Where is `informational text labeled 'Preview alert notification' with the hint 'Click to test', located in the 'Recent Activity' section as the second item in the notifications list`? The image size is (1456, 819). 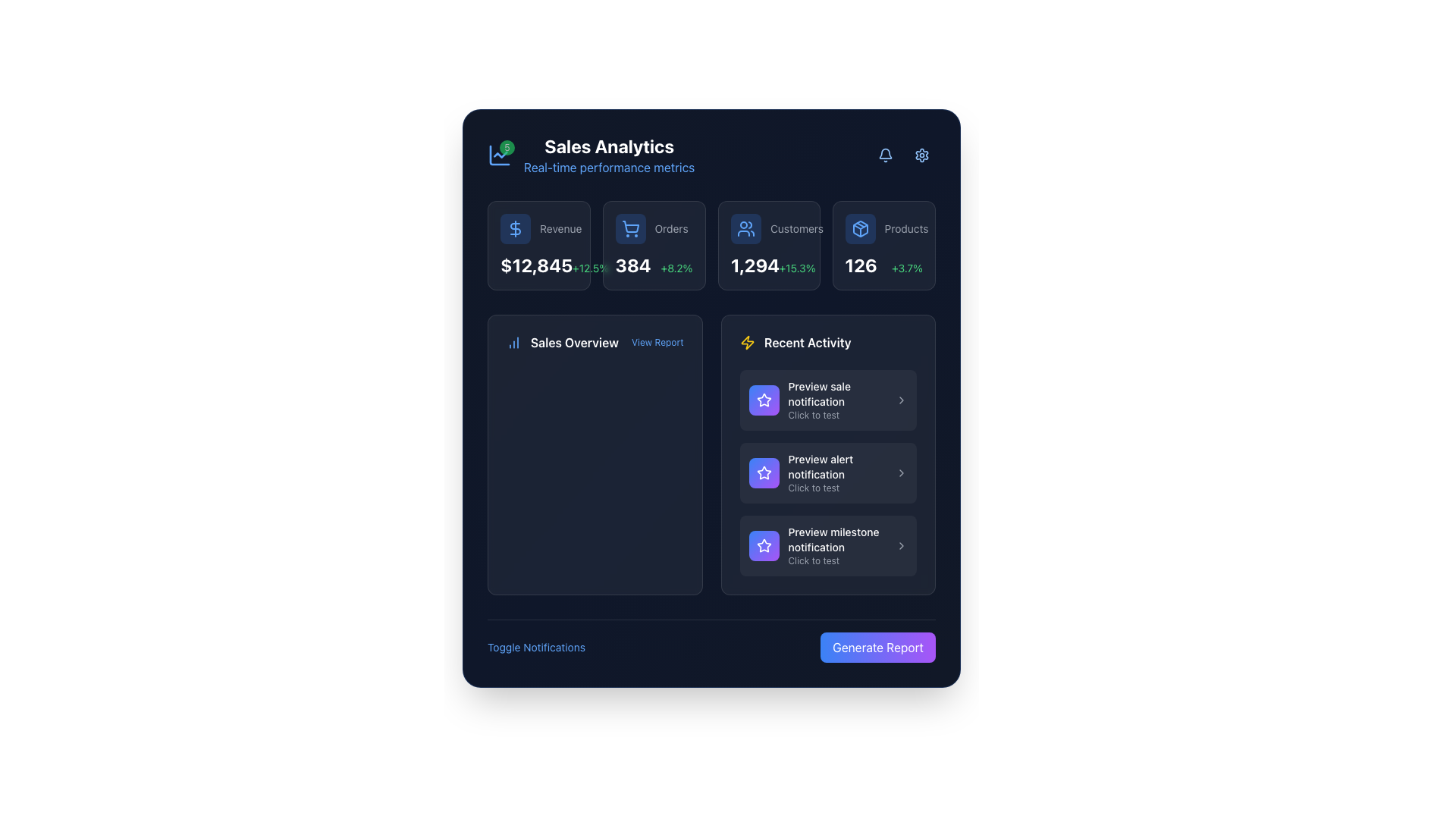
informational text labeled 'Preview alert notification' with the hint 'Click to test', located in the 'Recent Activity' section as the second item in the notifications list is located at coordinates (836, 472).